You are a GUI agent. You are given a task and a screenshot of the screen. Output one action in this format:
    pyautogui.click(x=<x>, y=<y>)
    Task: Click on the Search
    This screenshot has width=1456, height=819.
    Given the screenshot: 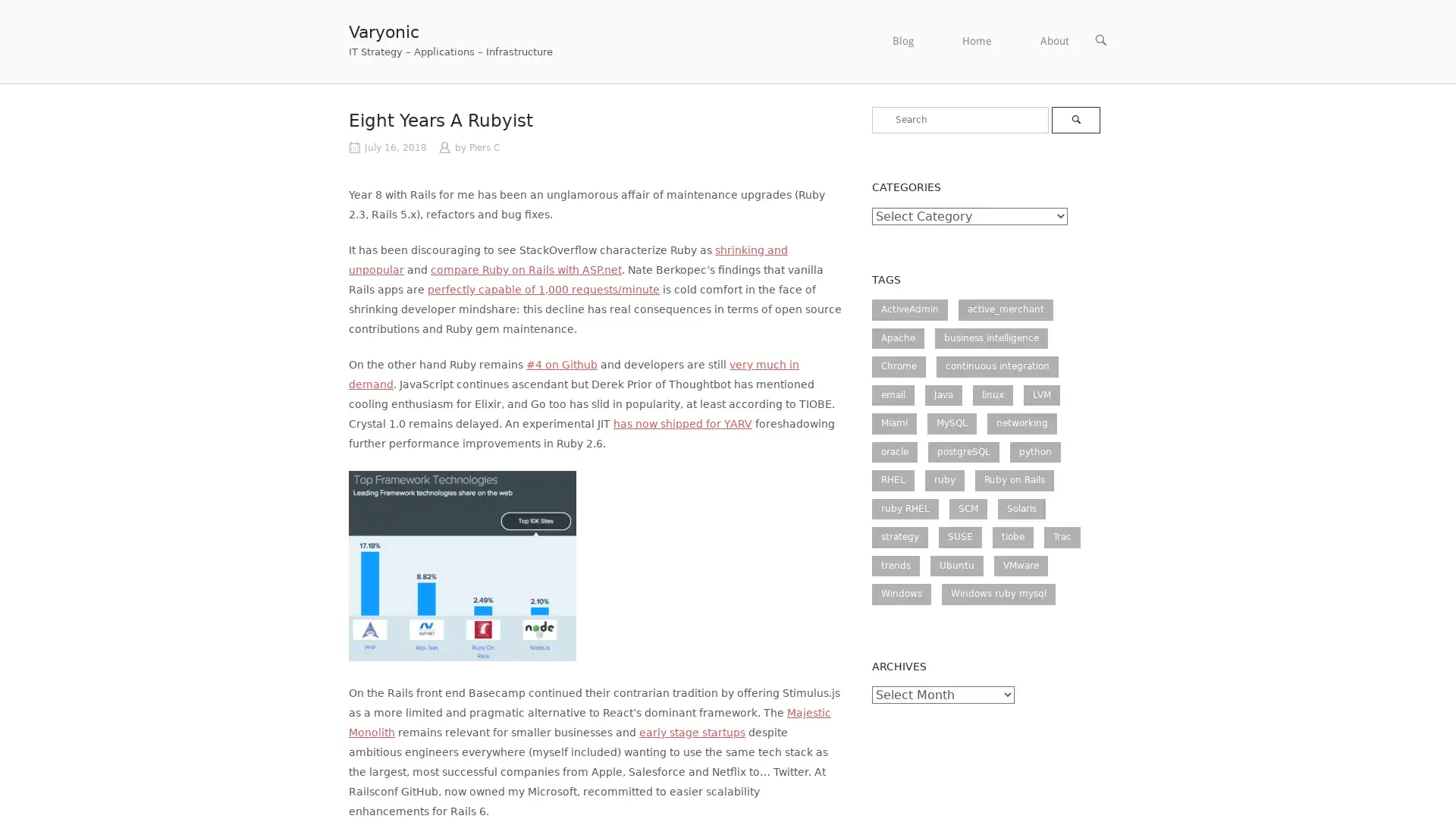 What is the action you would take?
    pyautogui.click(x=1074, y=119)
    